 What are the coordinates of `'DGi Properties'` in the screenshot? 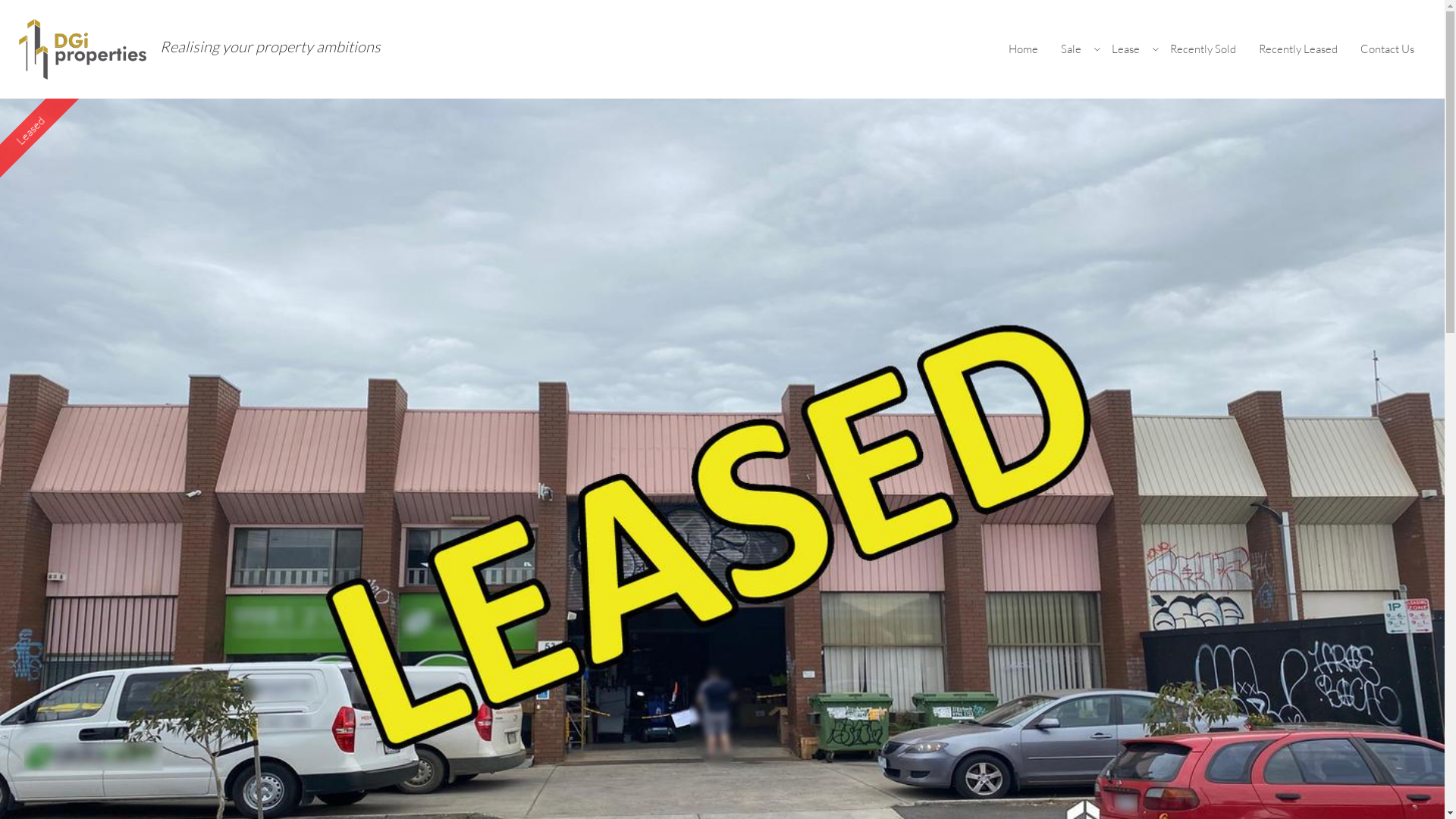 It's located at (83, 47).